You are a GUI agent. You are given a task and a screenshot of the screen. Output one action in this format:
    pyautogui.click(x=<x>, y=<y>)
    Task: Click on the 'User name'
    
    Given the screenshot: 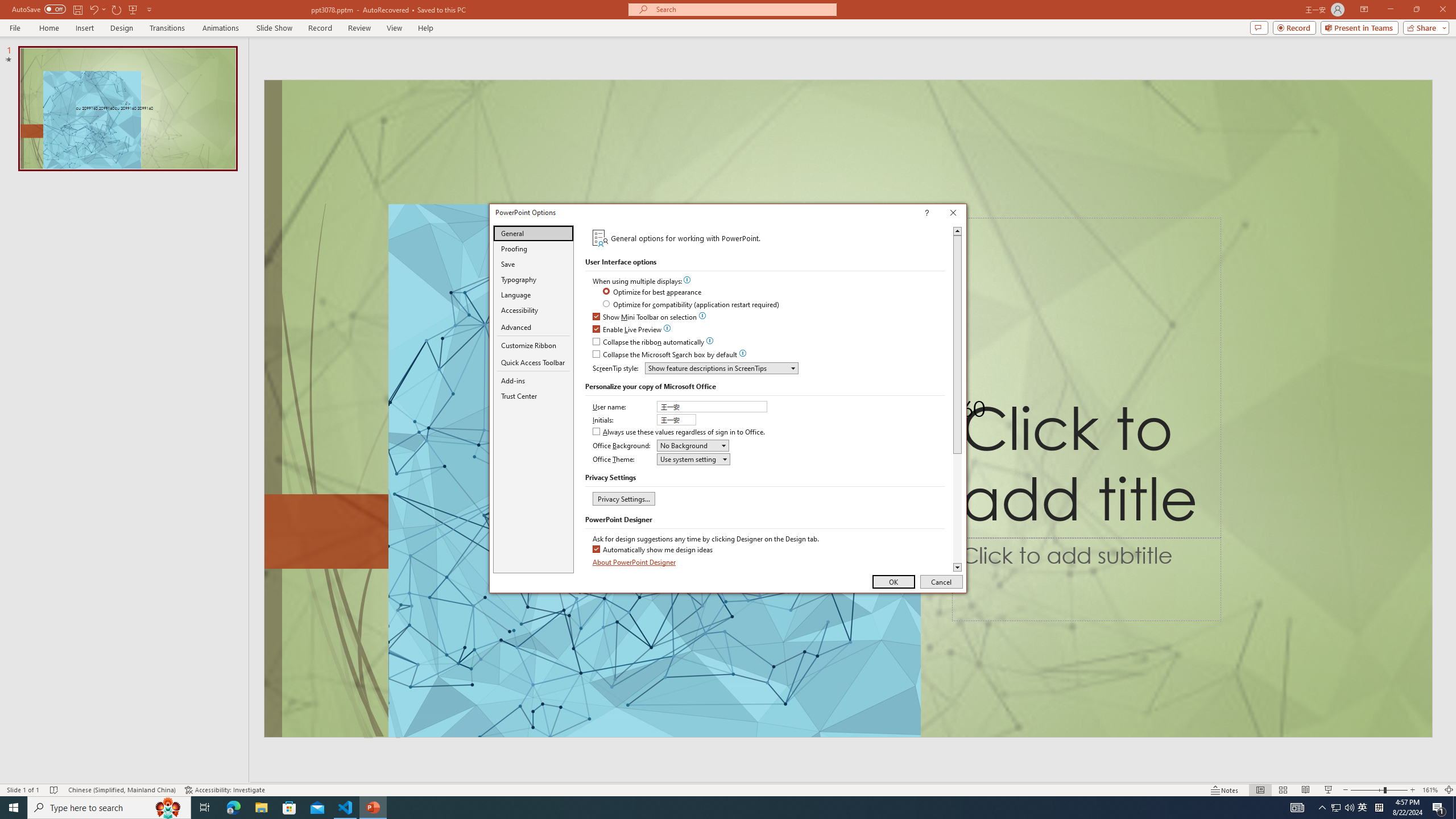 What is the action you would take?
    pyautogui.click(x=712, y=406)
    